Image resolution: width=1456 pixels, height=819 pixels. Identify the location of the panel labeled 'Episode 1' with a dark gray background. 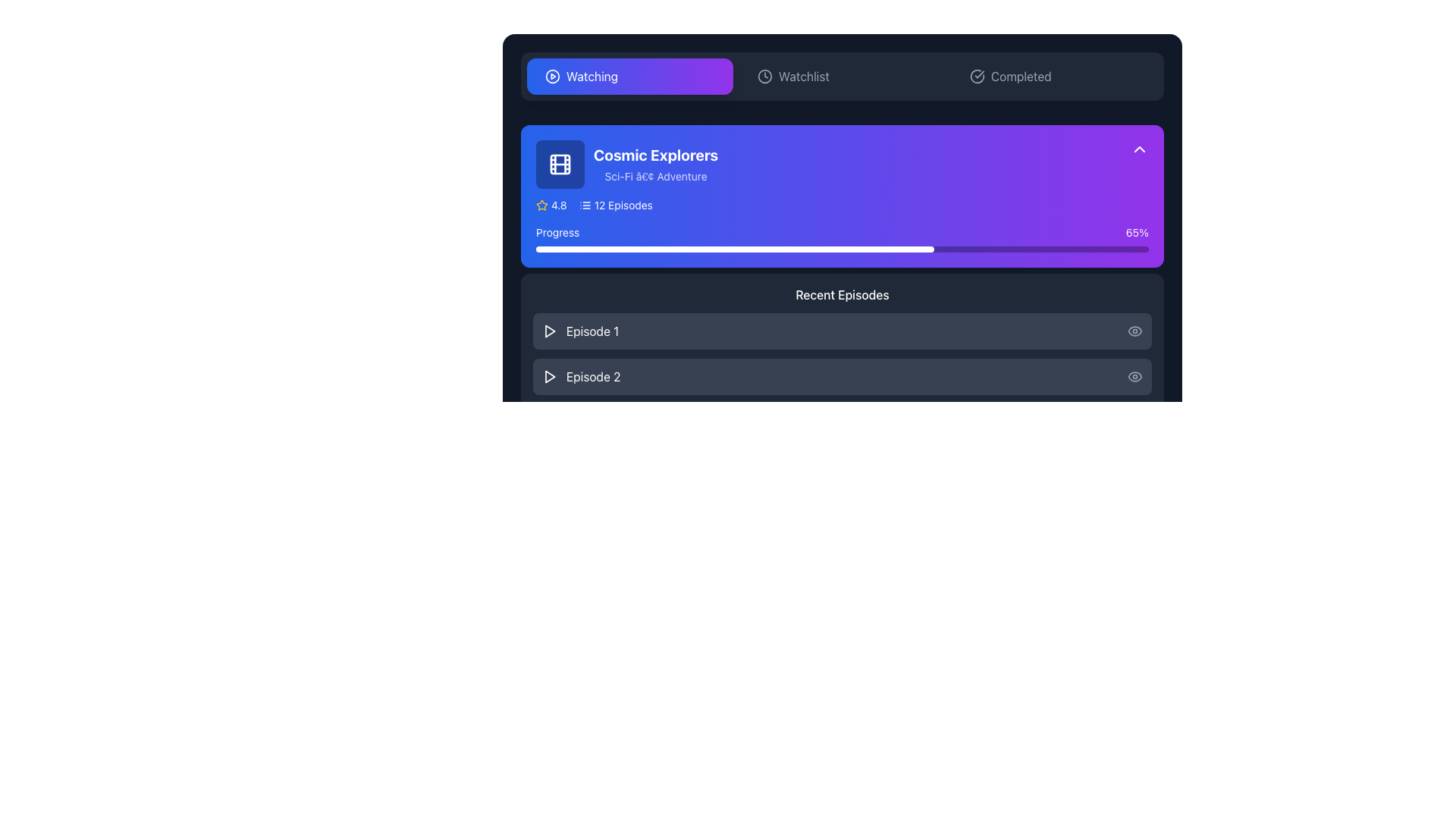
(841, 330).